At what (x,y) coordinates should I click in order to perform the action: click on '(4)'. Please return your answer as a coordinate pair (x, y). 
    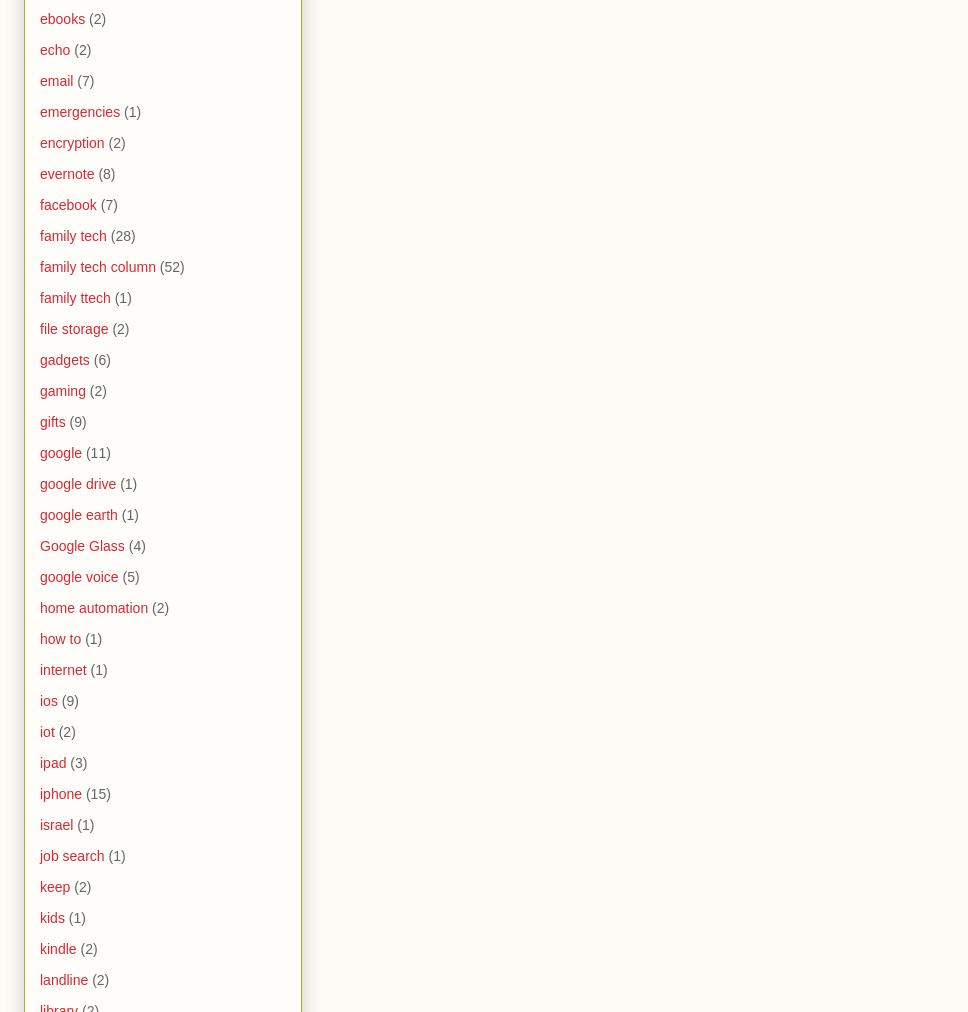
    Looking at the image, I should click on (135, 544).